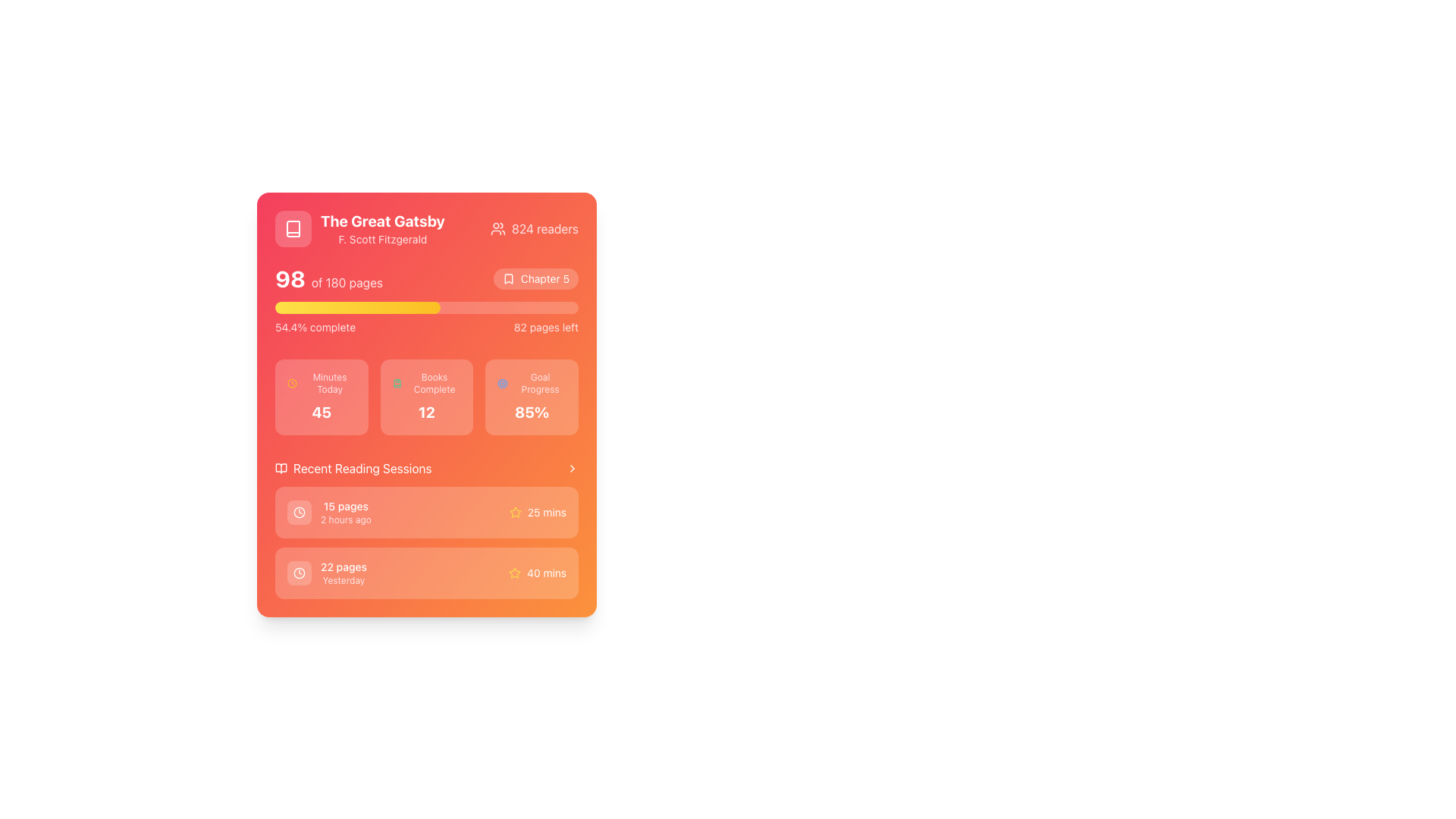 The width and height of the screenshot is (1456, 819). Describe the element at coordinates (299, 512) in the screenshot. I see `the Frame of the Clock Icon located centrally within the clock-like icon in the second reading session entry under '22 pages Yesterday'` at that location.